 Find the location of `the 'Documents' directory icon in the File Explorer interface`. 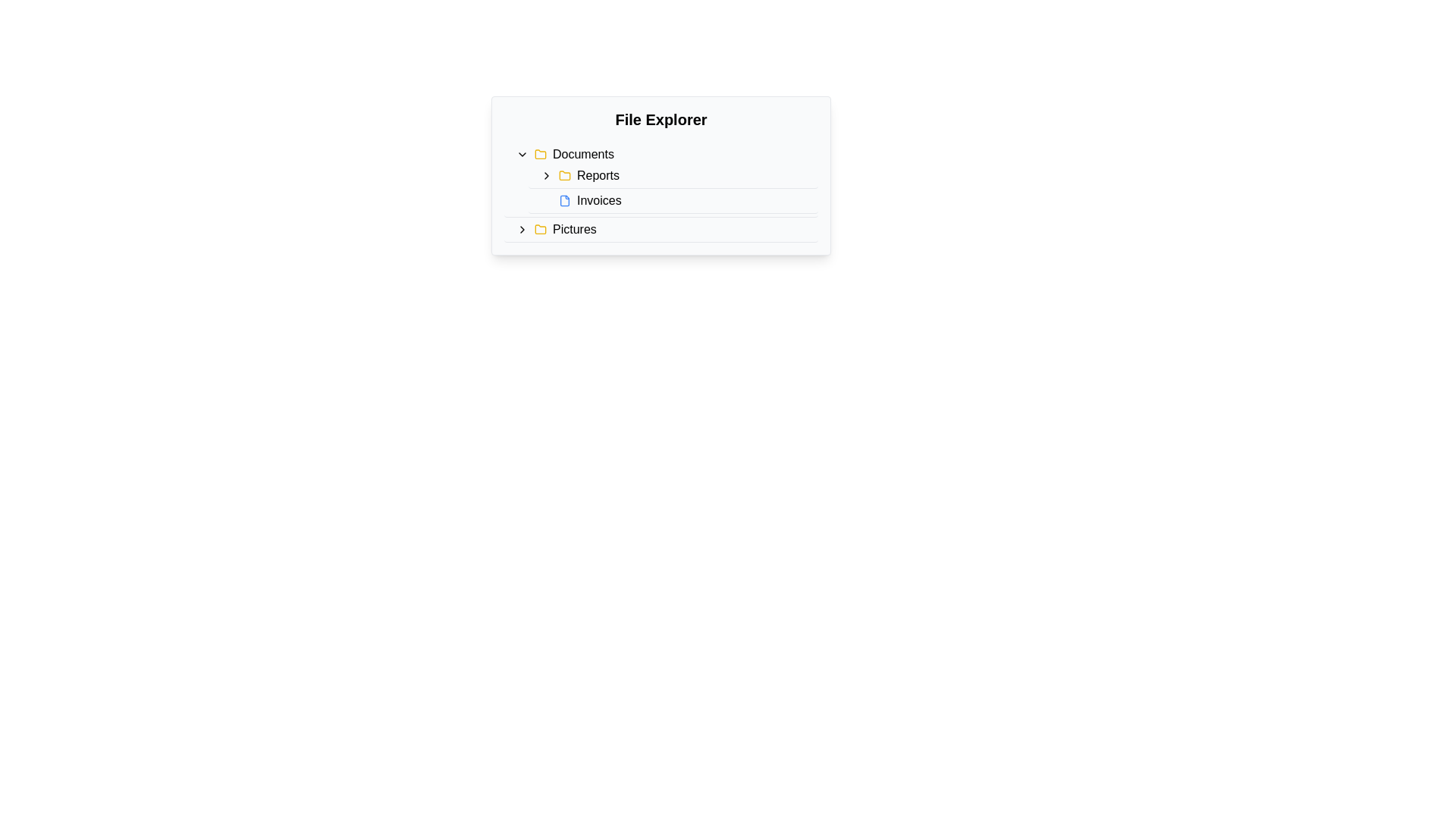

the 'Documents' directory icon in the File Explorer interface is located at coordinates (563, 174).